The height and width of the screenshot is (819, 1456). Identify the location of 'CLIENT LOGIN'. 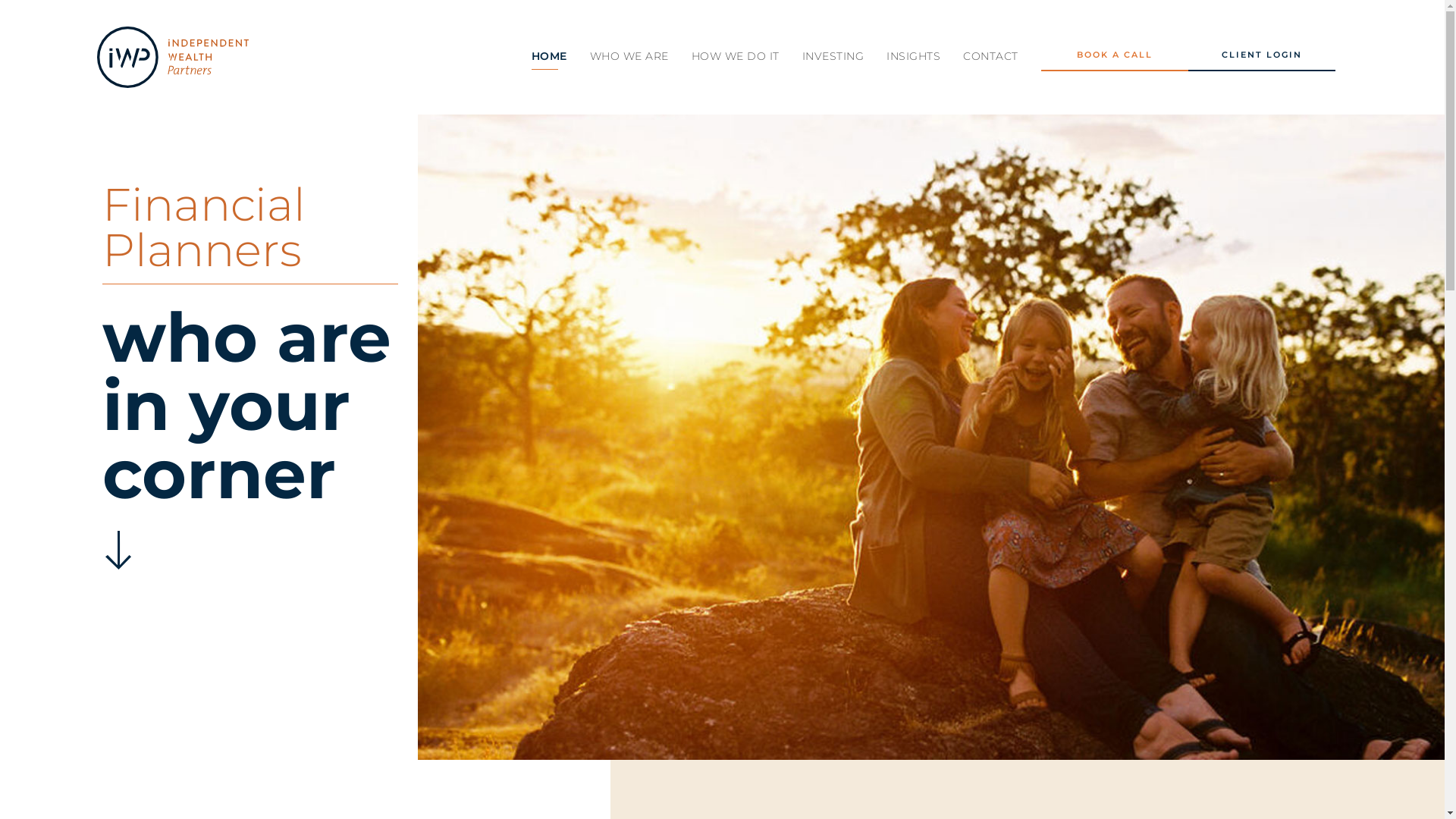
(1187, 58).